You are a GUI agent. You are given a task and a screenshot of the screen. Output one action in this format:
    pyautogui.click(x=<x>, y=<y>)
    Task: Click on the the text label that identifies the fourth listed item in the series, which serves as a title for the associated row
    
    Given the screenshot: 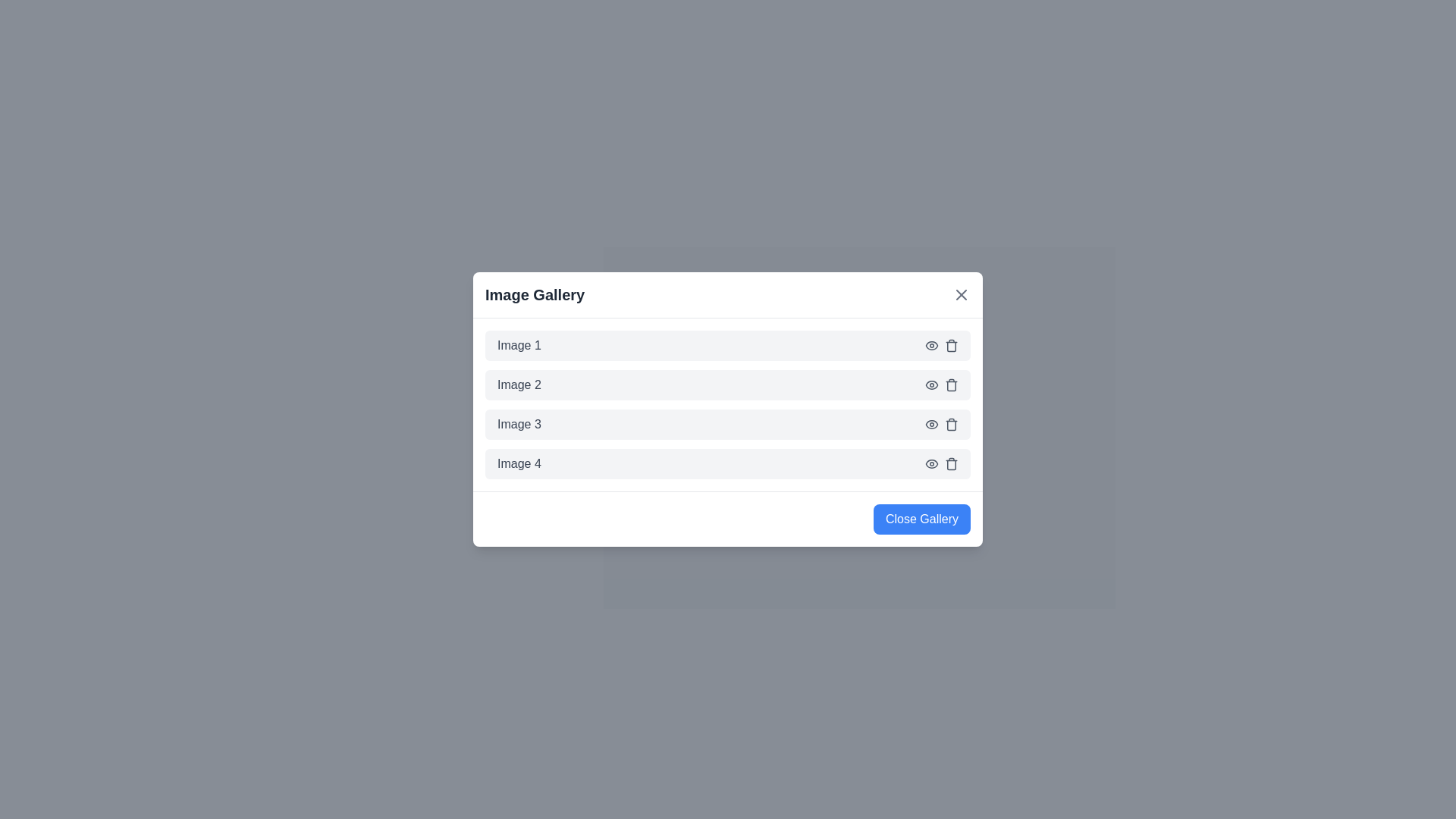 What is the action you would take?
    pyautogui.click(x=519, y=463)
    